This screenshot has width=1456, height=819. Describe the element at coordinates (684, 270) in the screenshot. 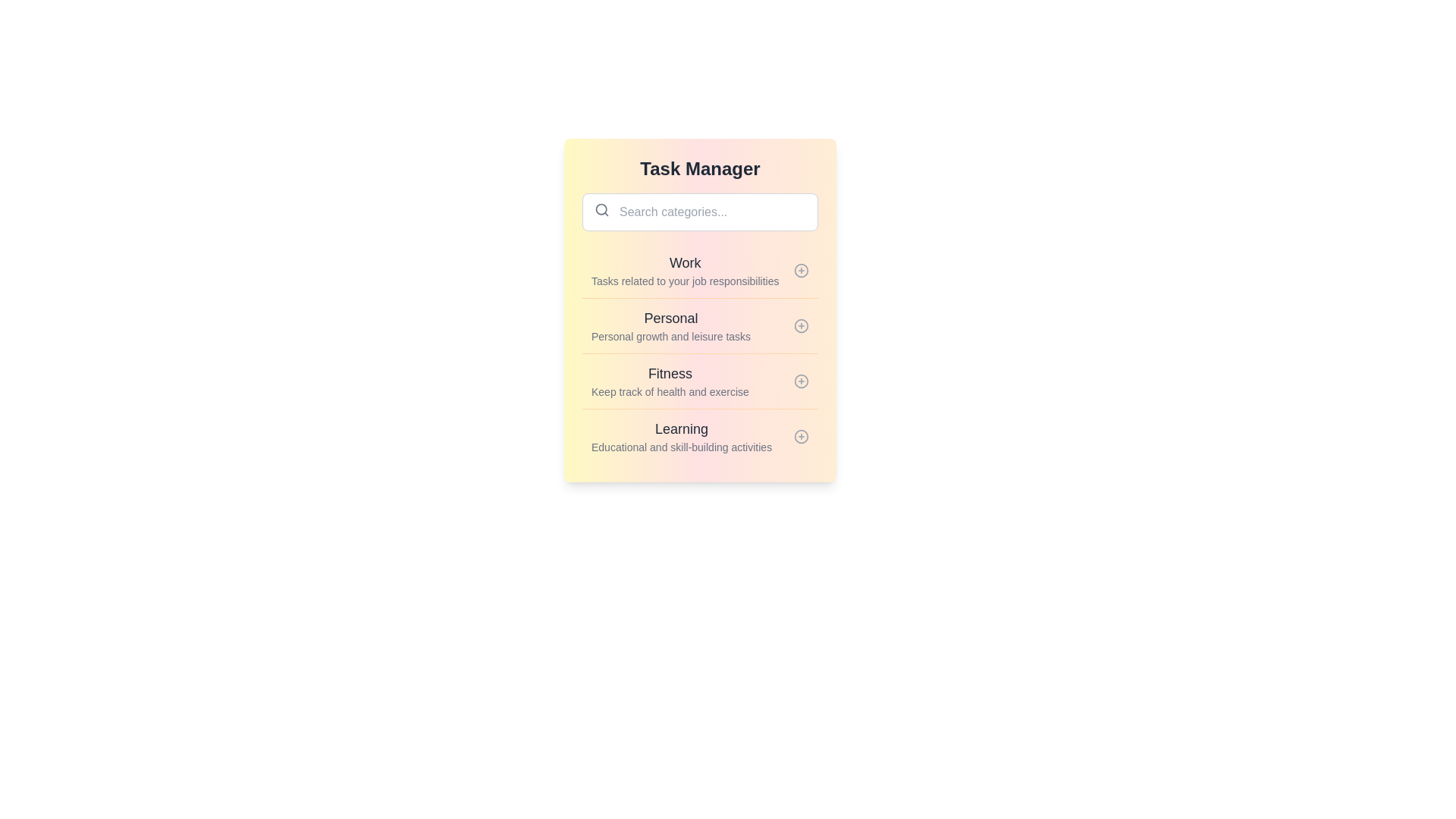

I see `the categorized list item labeled 'work'` at that location.